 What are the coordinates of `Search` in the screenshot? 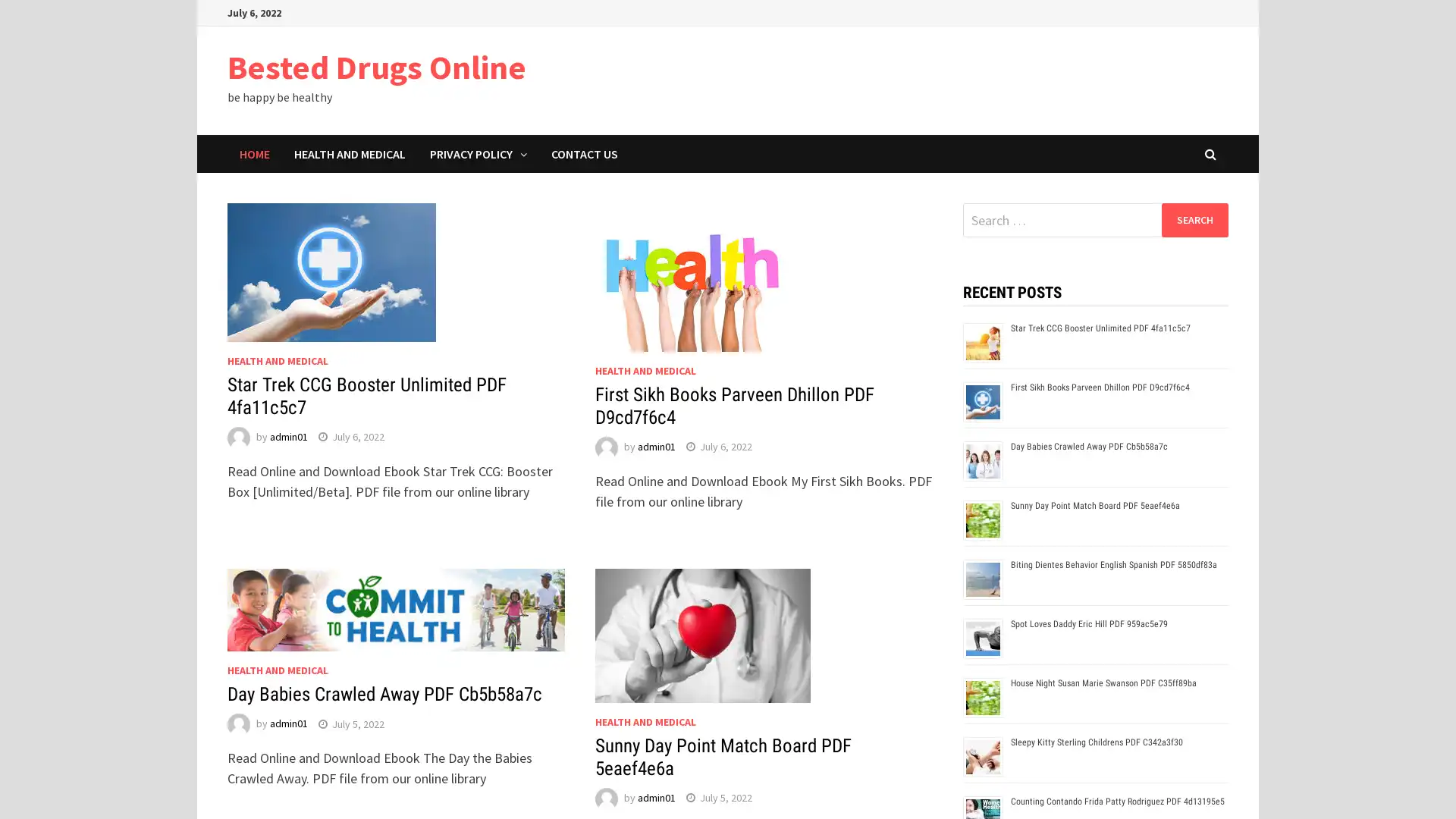 It's located at (1194, 219).